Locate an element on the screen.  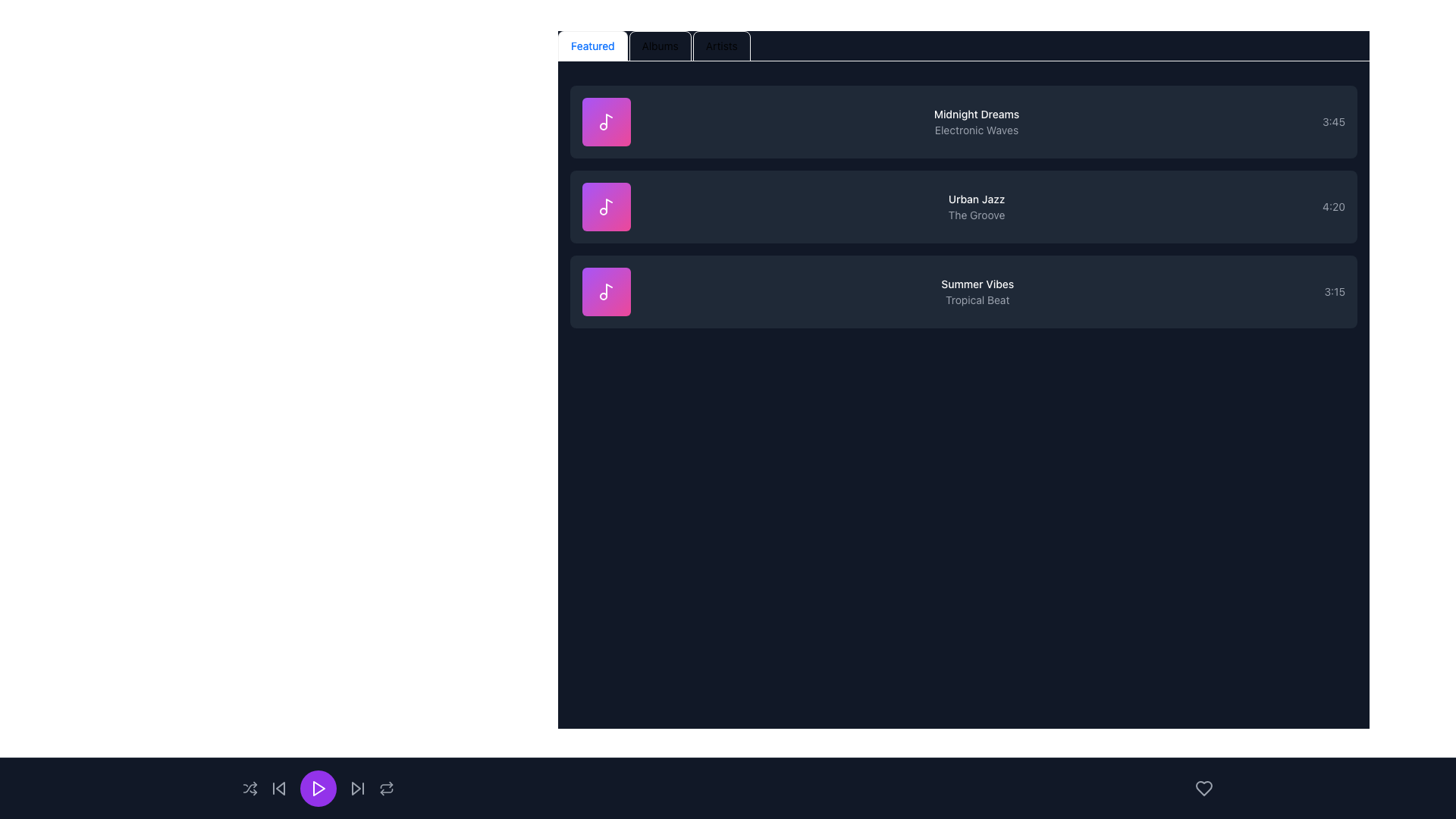
the 'Artists' navigation tab, which is the third tab from the left in the navigation bar is located at coordinates (720, 45).